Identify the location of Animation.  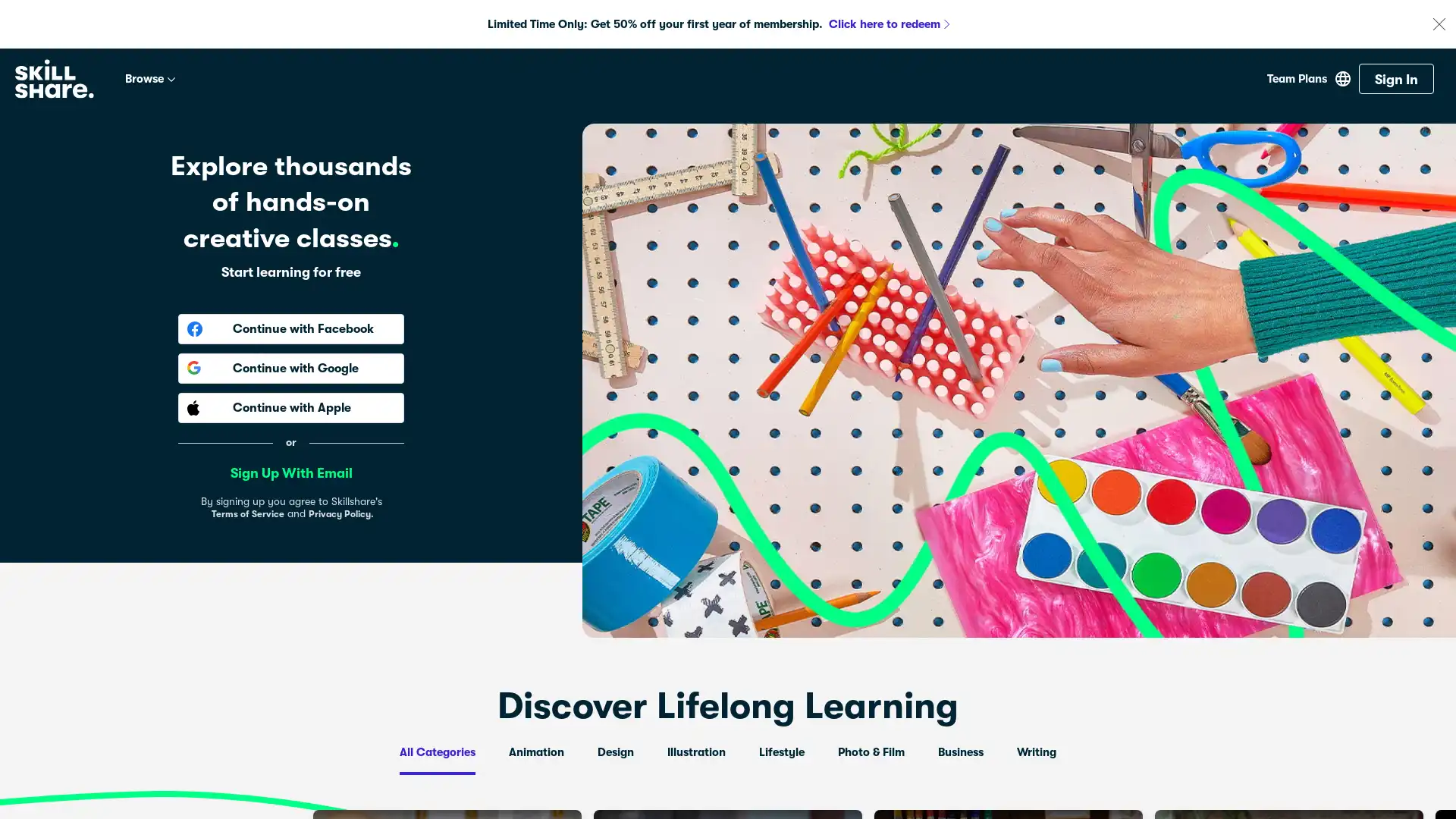
(536, 757).